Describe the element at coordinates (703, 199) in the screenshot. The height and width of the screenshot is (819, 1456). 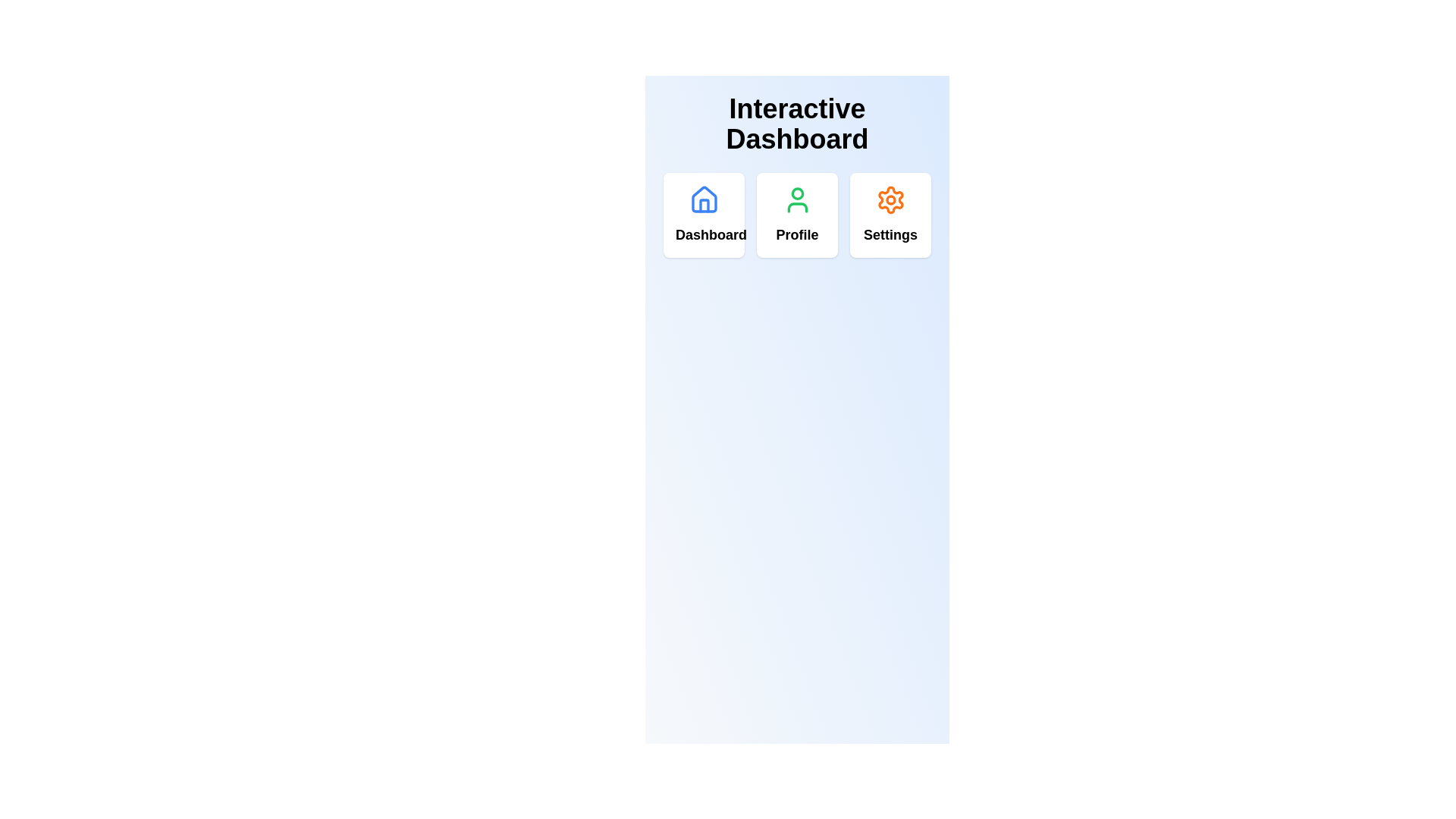
I see `the home icon located within the first card labeled 'Dashboard'` at that location.